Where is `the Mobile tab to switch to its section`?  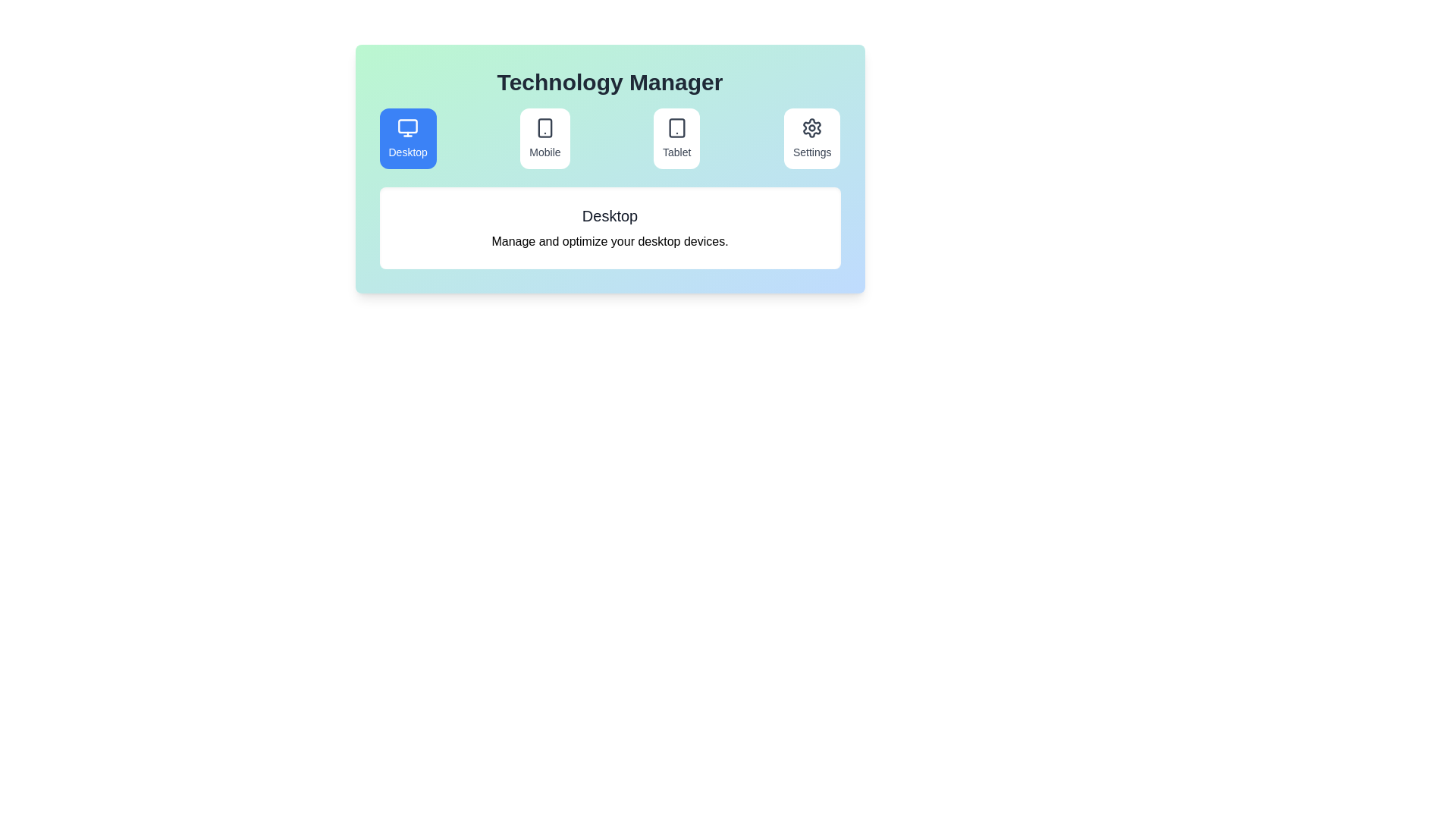 the Mobile tab to switch to its section is located at coordinates (545, 138).